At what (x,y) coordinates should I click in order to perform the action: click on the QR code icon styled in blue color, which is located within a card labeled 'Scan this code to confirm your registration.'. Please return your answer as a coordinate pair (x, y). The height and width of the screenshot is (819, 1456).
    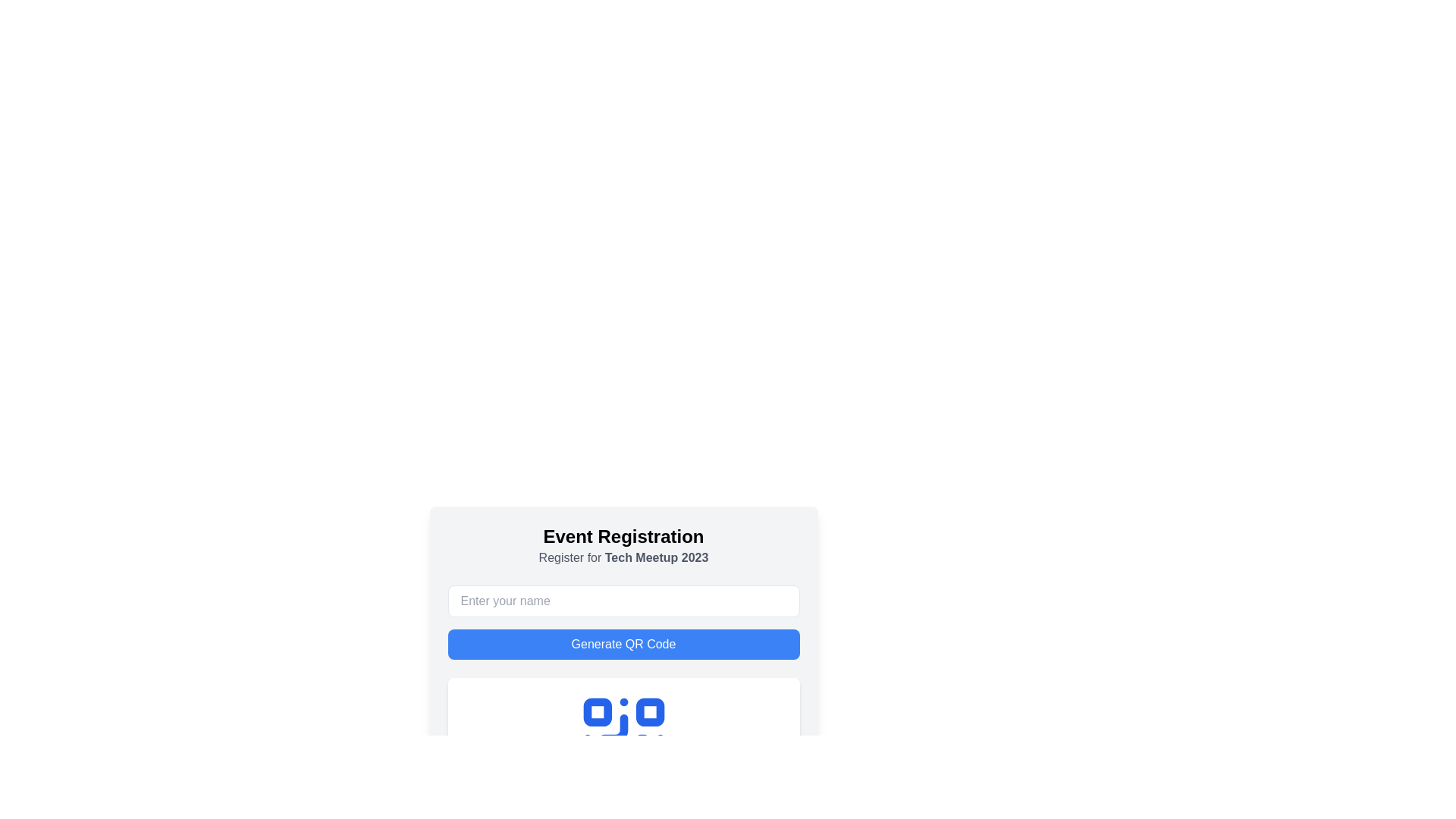
    Looking at the image, I should click on (623, 738).